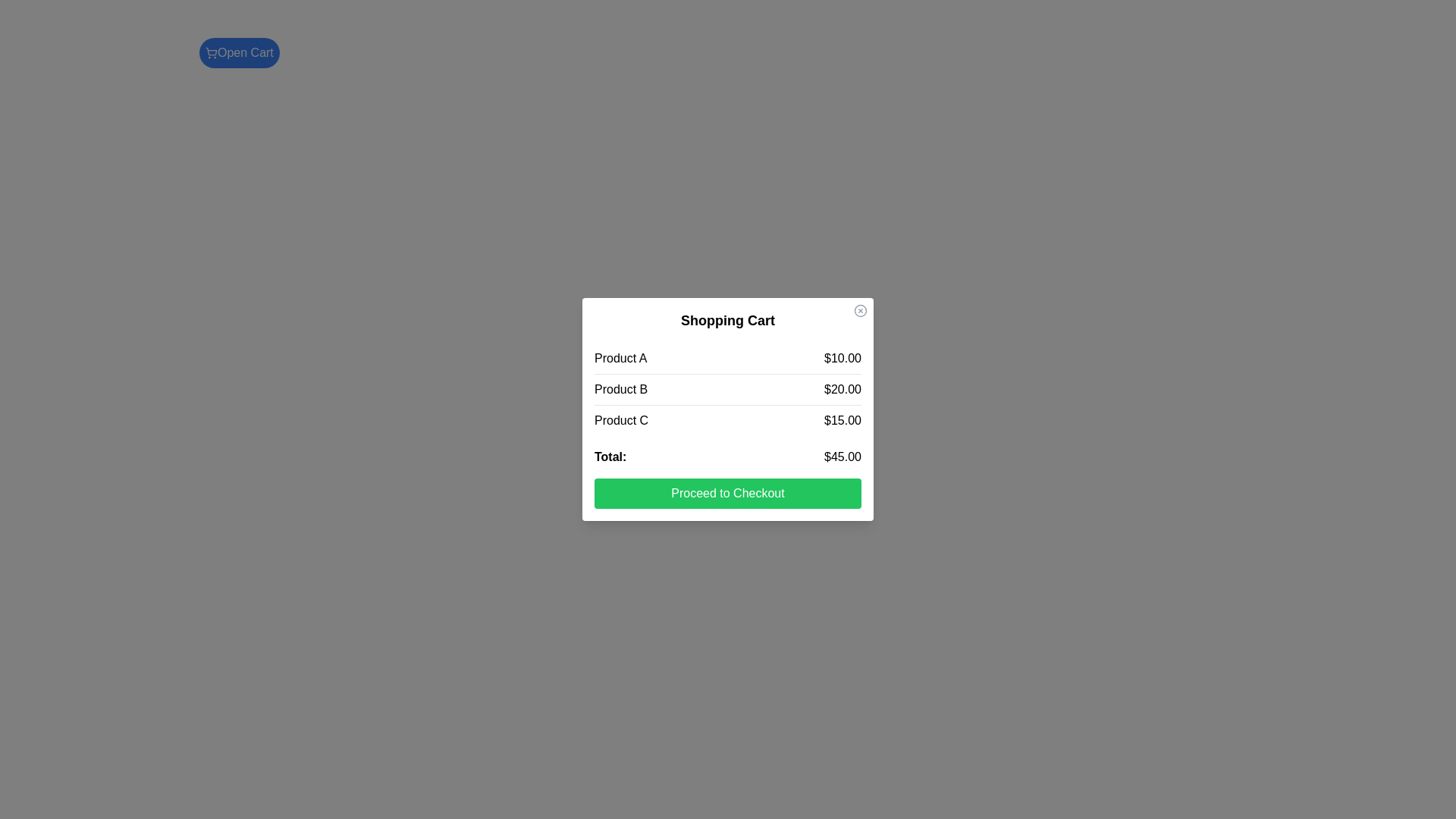 The image size is (1456, 819). I want to click on the close button for the shopping cart popup, located at the top-right corner of the modal window, to change its color, so click(860, 309).